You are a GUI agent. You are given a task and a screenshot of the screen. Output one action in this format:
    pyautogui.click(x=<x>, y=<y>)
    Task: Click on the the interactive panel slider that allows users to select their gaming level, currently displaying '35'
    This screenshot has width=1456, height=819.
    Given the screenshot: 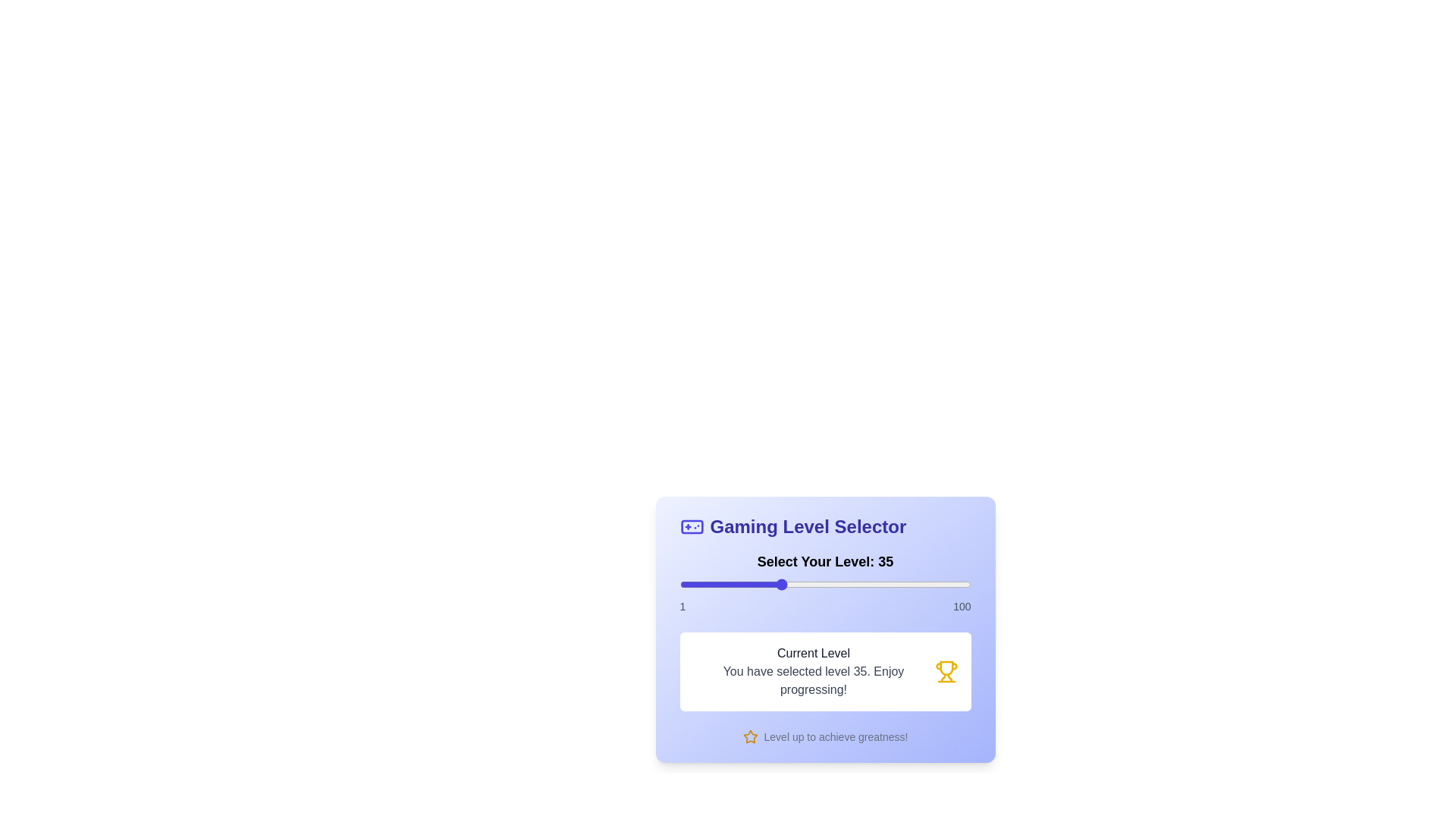 What is the action you would take?
    pyautogui.click(x=824, y=626)
    